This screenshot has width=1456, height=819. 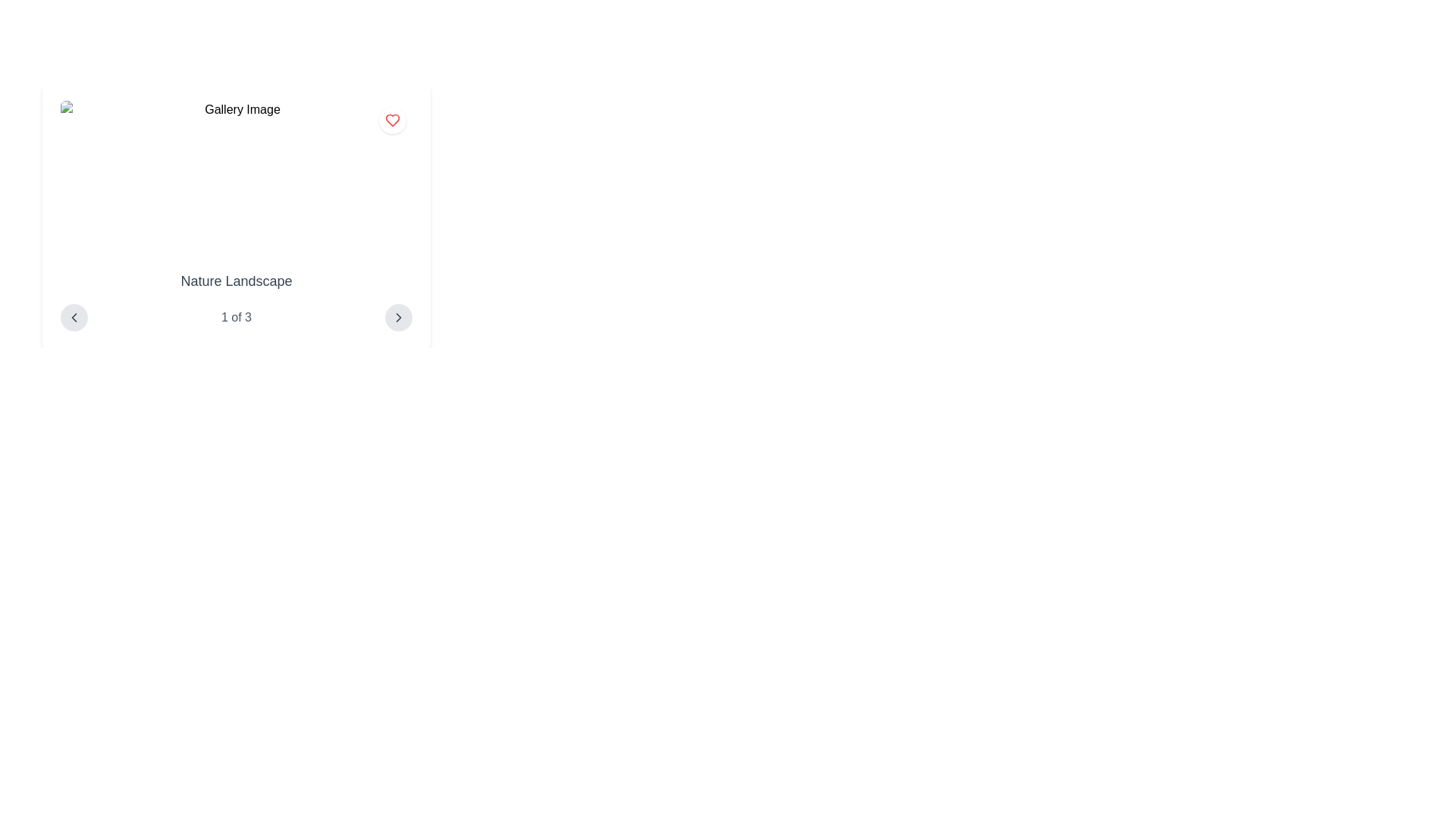 What do you see at coordinates (398, 317) in the screenshot?
I see `the second navigation button located in the lower right corner of the gallery card` at bounding box center [398, 317].